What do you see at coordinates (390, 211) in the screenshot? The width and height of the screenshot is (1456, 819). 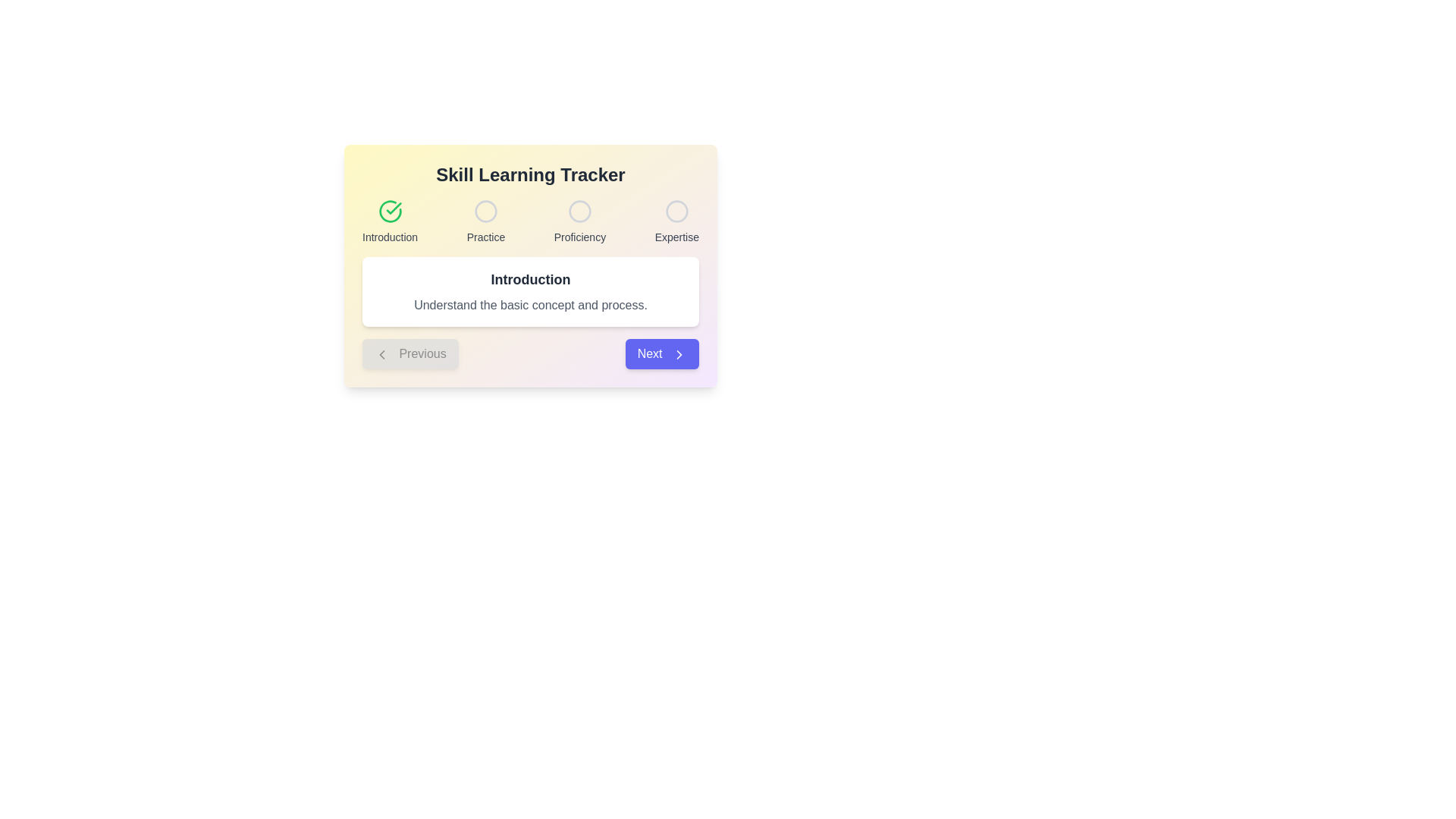 I see `the completion status icon for the 'Introduction' step in the step tracker interface, located at the top-left corner of the 'Introduction' section` at bounding box center [390, 211].